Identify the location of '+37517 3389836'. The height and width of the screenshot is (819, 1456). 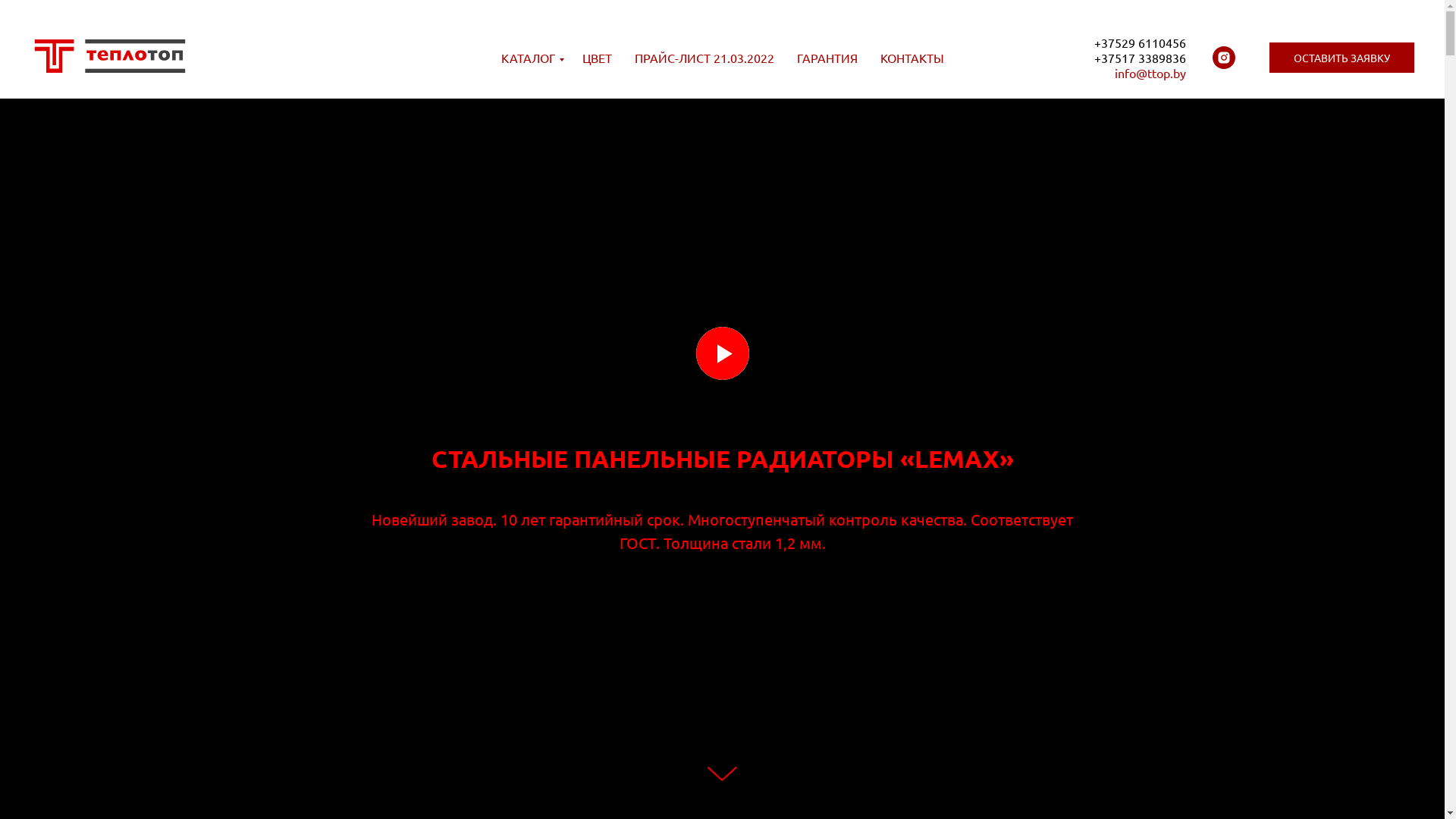
(1140, 57).